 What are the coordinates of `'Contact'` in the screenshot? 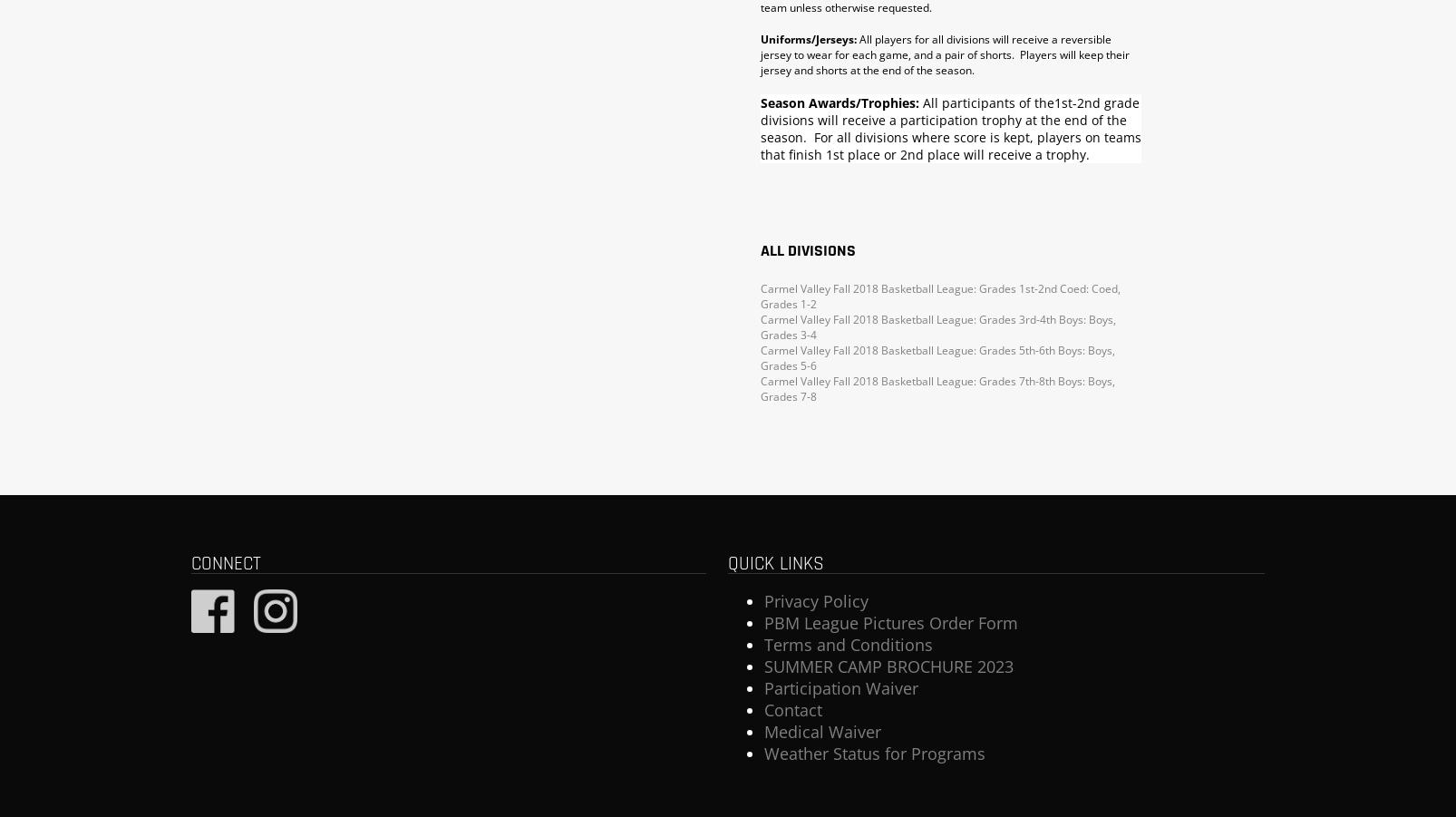 It's located at (762, 708).